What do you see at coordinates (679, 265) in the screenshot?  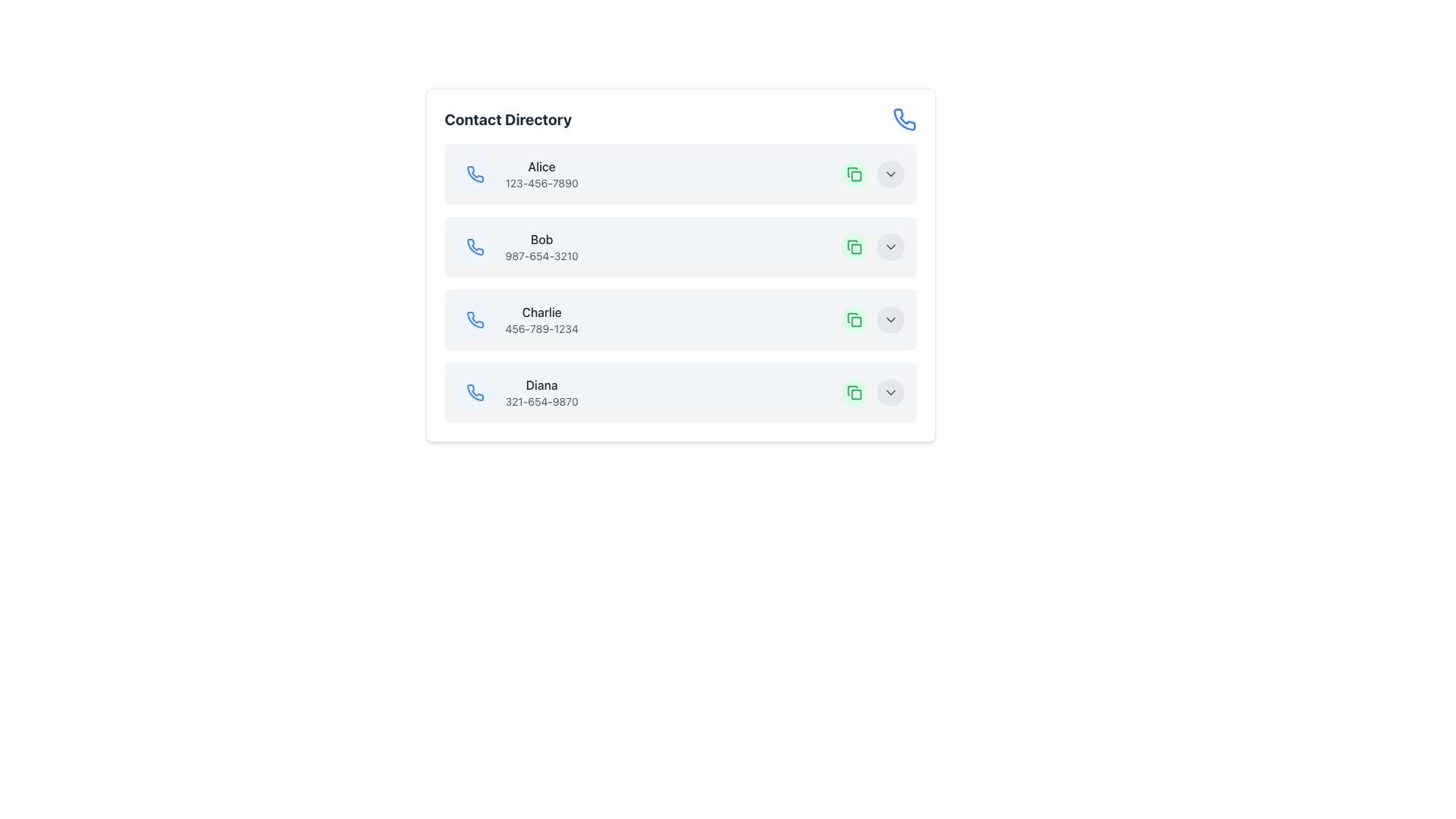 I see `the contact entry in the contact list` at bounding box center [679, 265].